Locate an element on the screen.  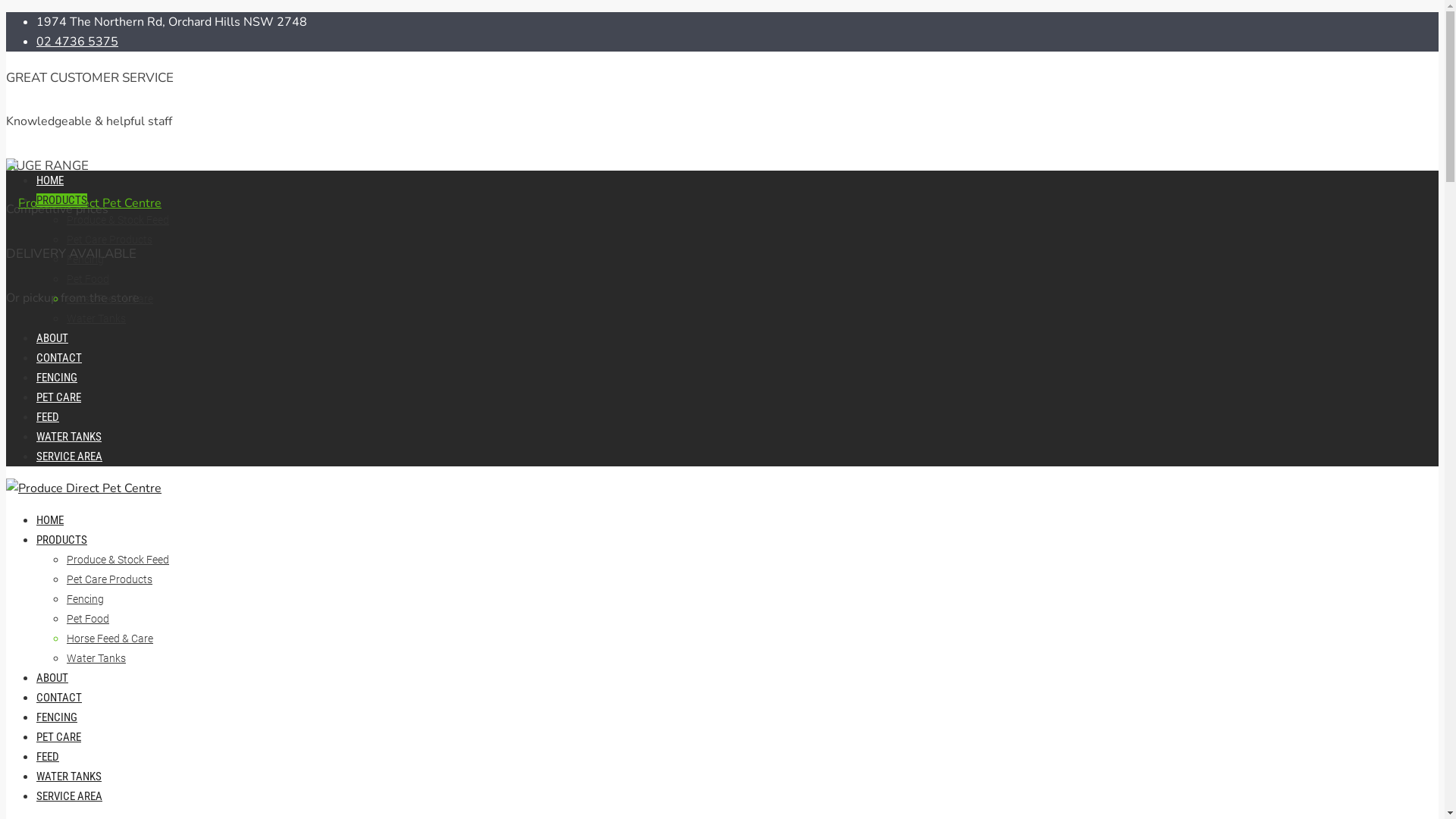
'PRODUCTS' is located at coordinates (61, 199).